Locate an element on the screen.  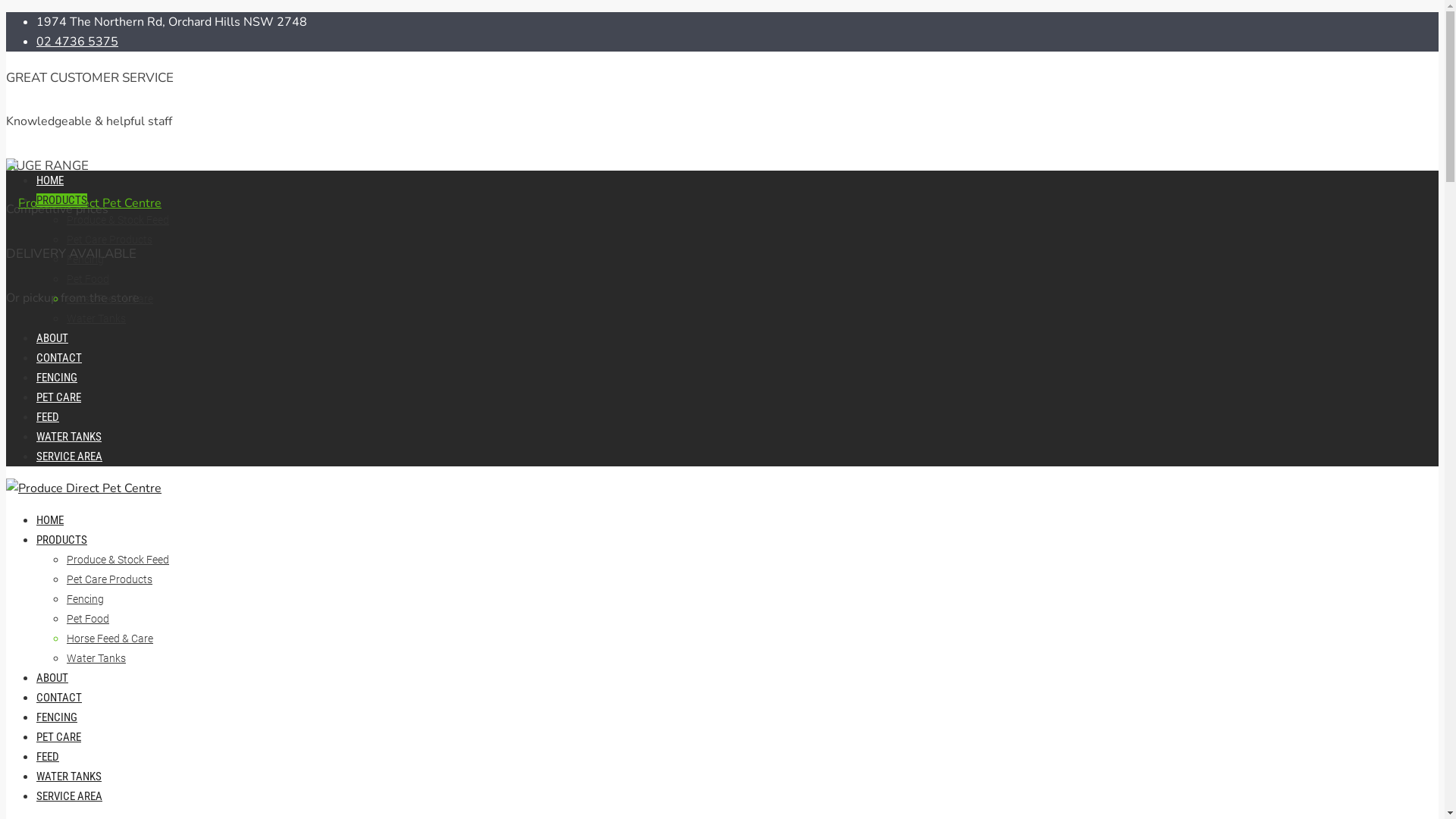
'PRODUCTS' is located at coordinates (61, 199).